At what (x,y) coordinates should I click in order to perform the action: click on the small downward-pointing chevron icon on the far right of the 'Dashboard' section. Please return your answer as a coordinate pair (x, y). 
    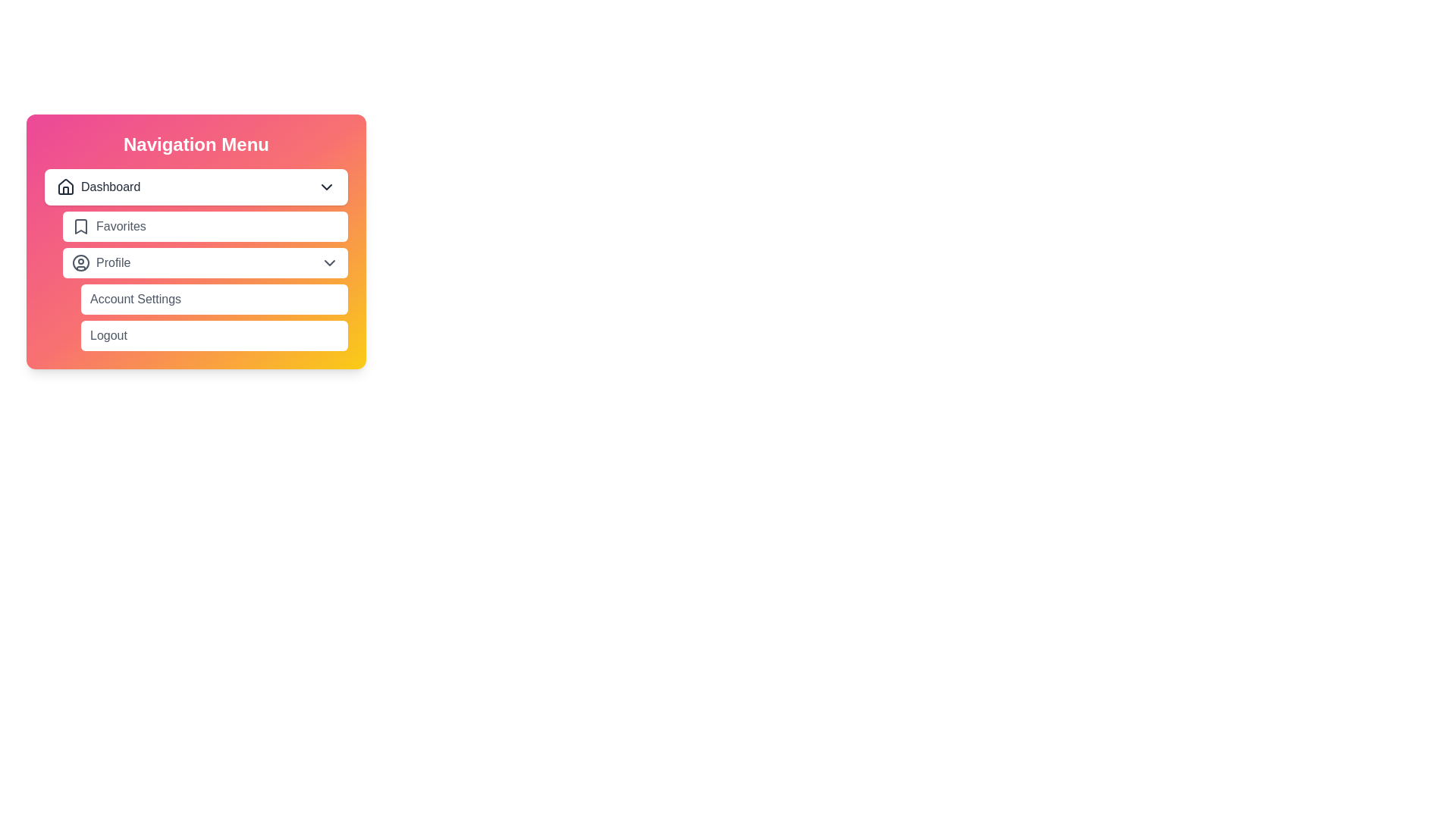
    Looking at the image, I should click on (326, 186).